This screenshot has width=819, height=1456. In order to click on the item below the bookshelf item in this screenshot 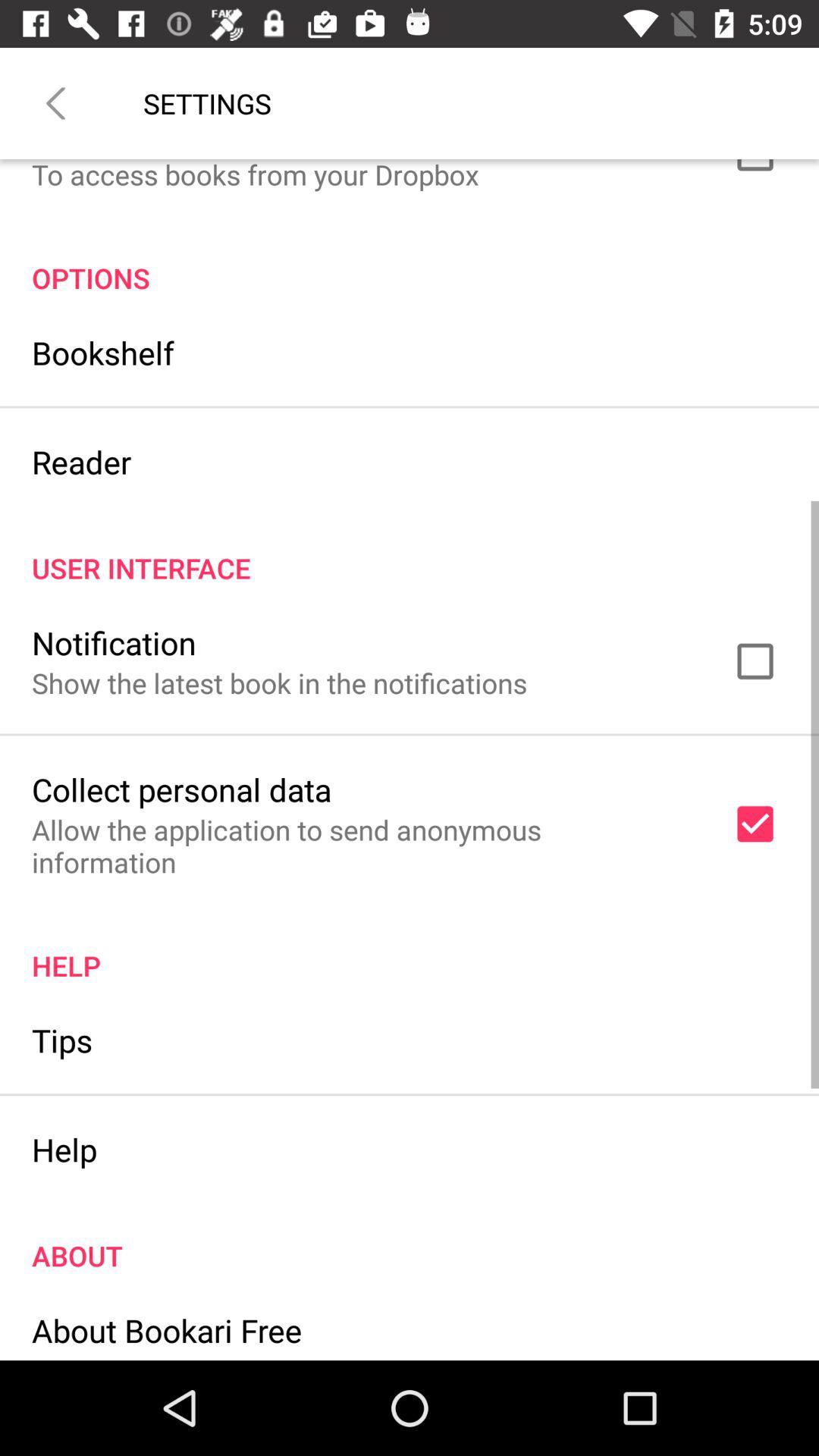, I will do `click(81, 461)`.